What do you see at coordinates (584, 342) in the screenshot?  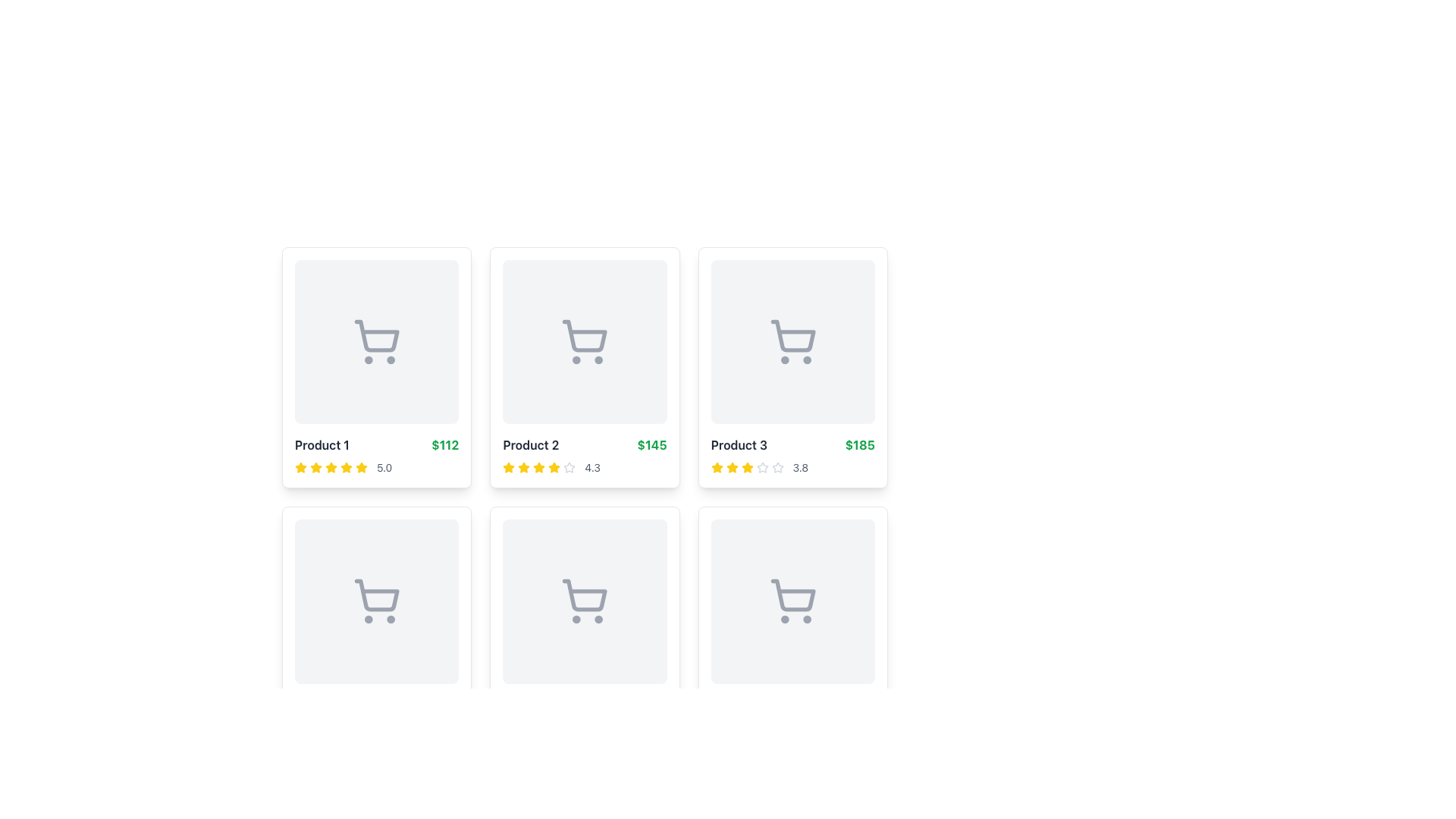 I see `the shopping cart icon located in the second card of the first row in the grid layout, which is centrally aligned above the product details section and price label` at bounding box center [584, 342].